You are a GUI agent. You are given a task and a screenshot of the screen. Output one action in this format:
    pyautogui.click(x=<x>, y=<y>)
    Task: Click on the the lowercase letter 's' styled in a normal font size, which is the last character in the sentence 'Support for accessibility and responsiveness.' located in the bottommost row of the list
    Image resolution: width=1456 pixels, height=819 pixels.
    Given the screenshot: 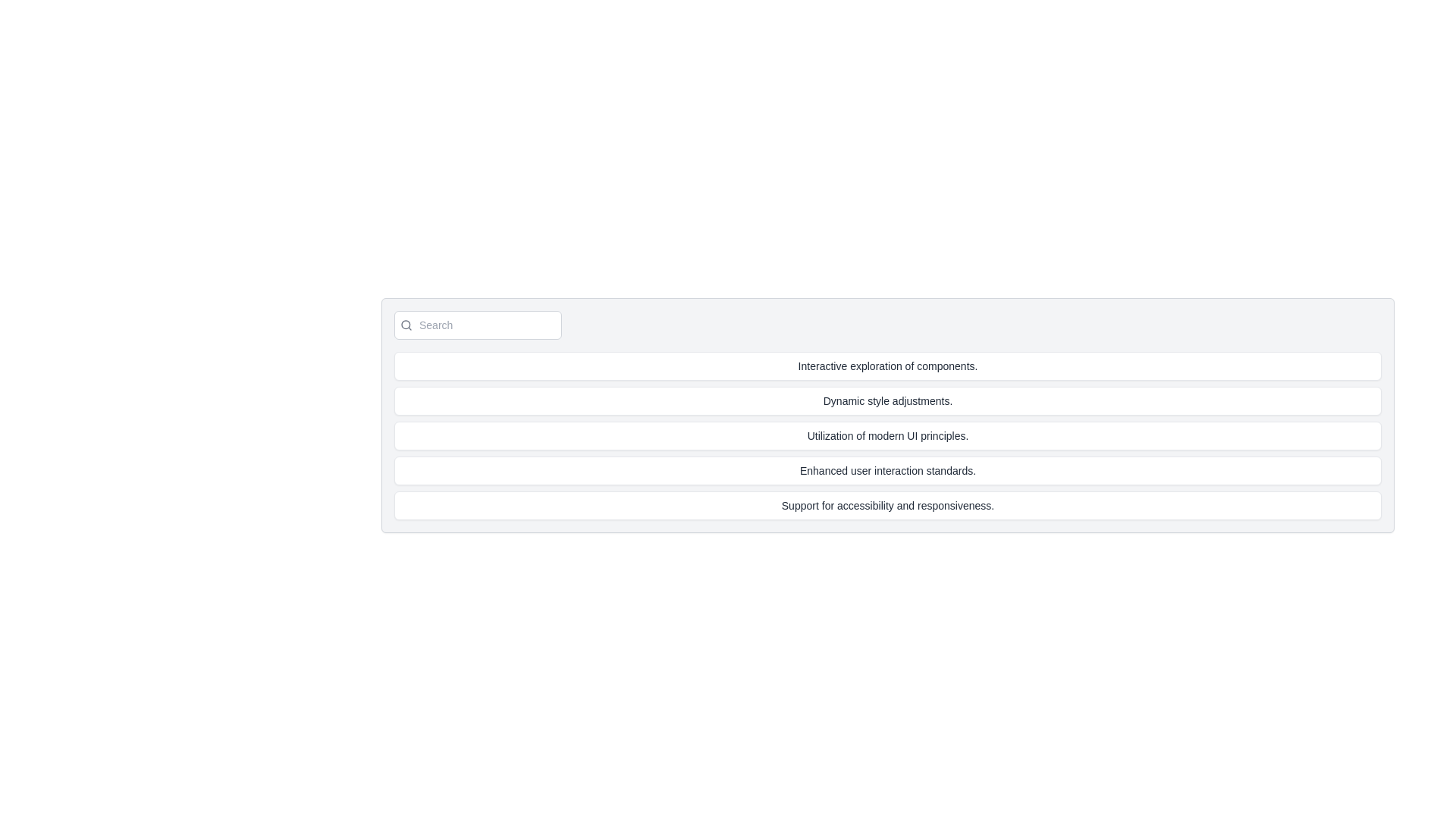 What is the action you would take?
    pyautogui.click(x=928, y=506)
    